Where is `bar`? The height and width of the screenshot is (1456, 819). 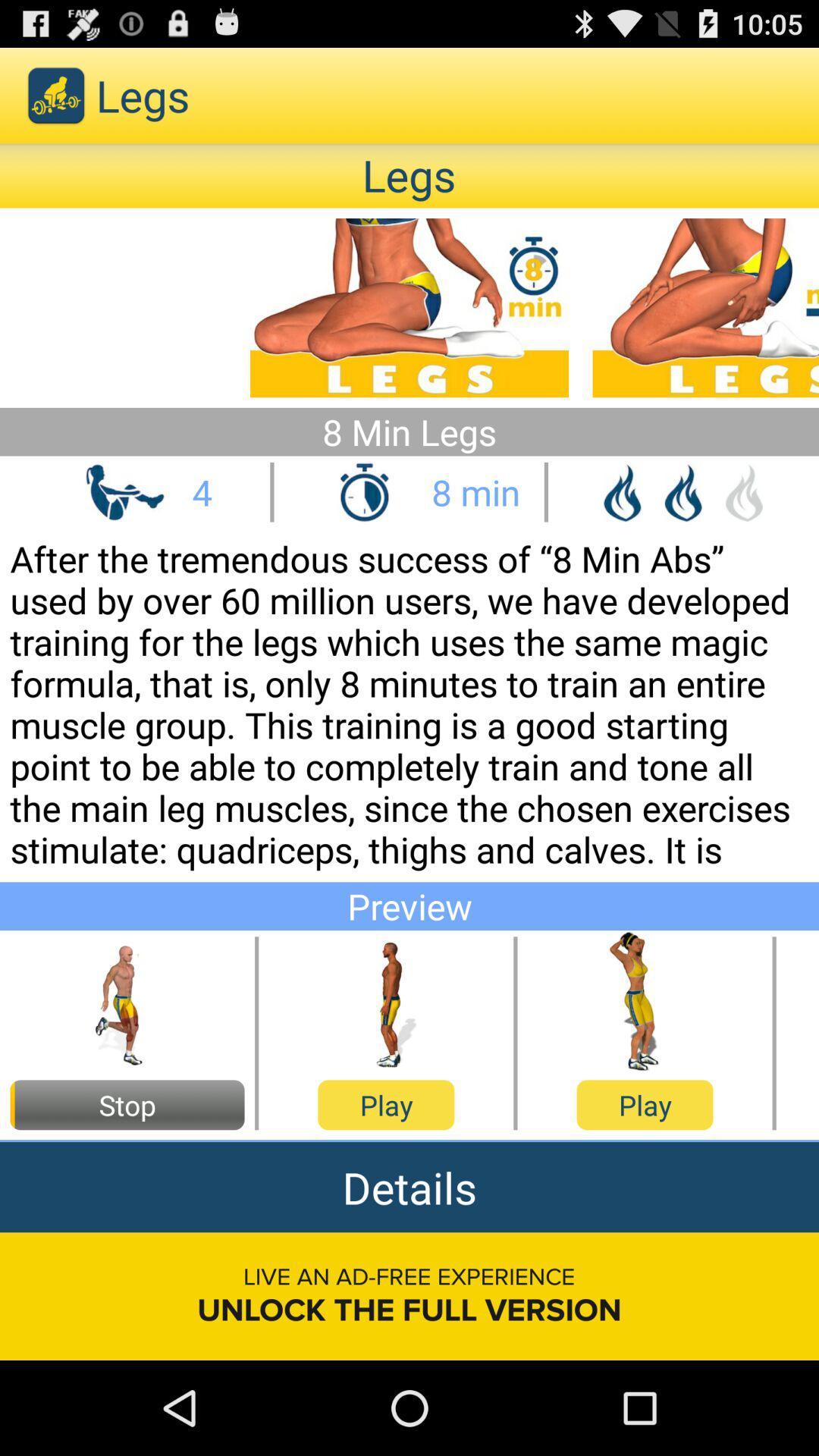
bar is located at coordinates (385, 1002).